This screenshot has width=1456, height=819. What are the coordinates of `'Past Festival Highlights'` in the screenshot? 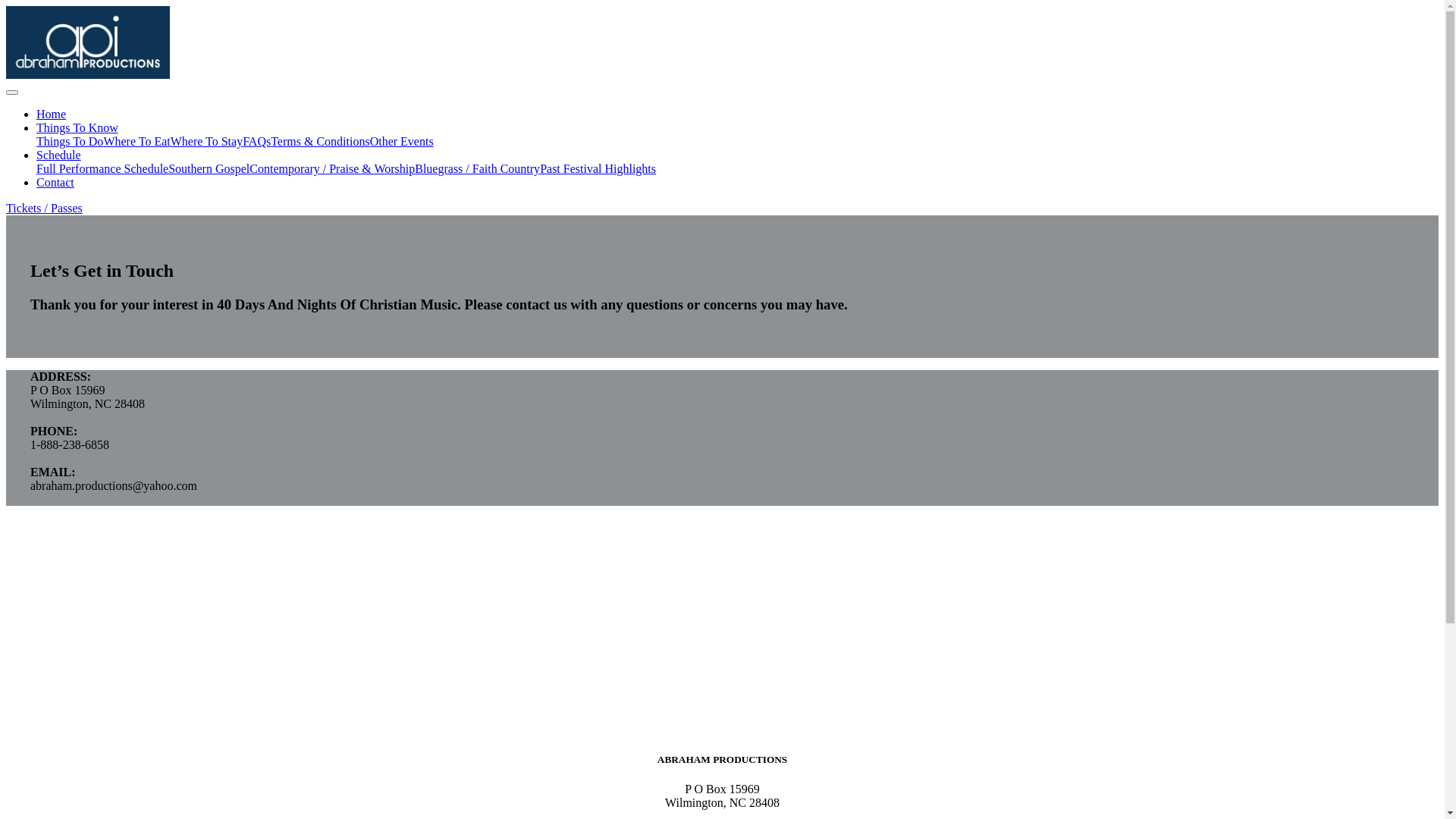 It's located at (539, 168).